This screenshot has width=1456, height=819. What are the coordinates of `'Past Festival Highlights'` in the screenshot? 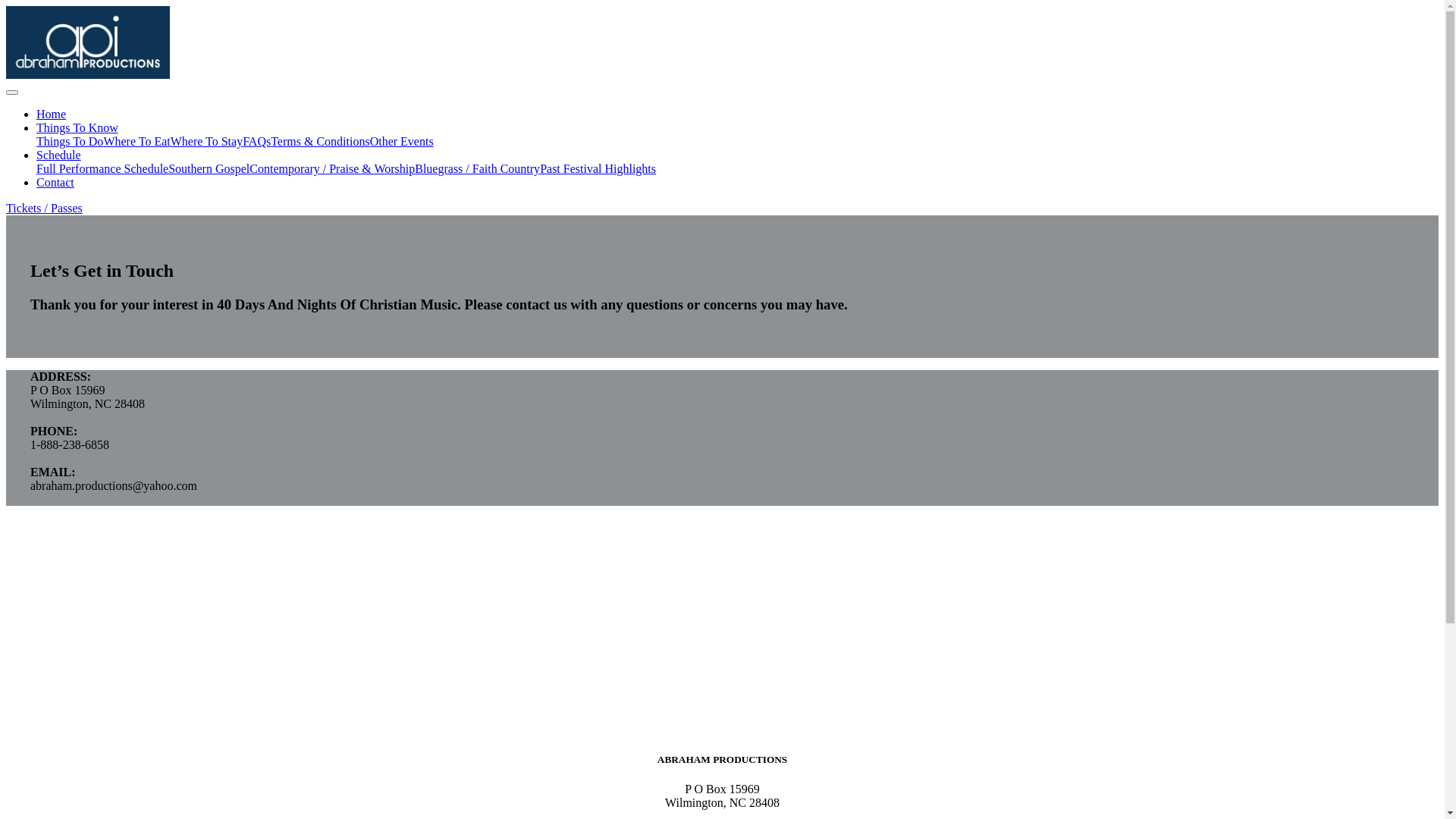 It's located at (539, 168).